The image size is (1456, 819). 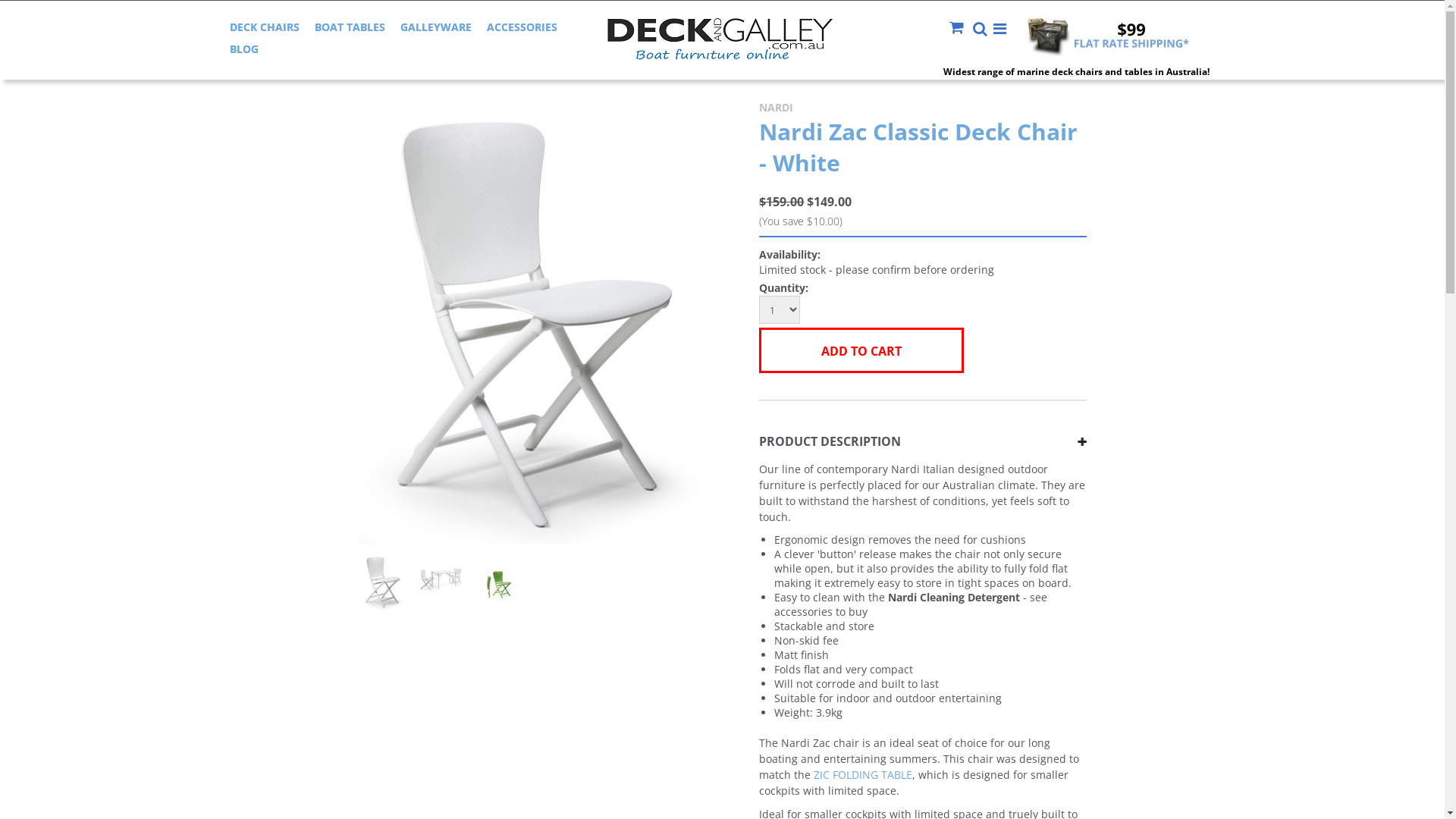 What do you see at coordinates (759, 350) in the screenshot?
I see `'Add To Cart'` at bounding box center [759, 350].